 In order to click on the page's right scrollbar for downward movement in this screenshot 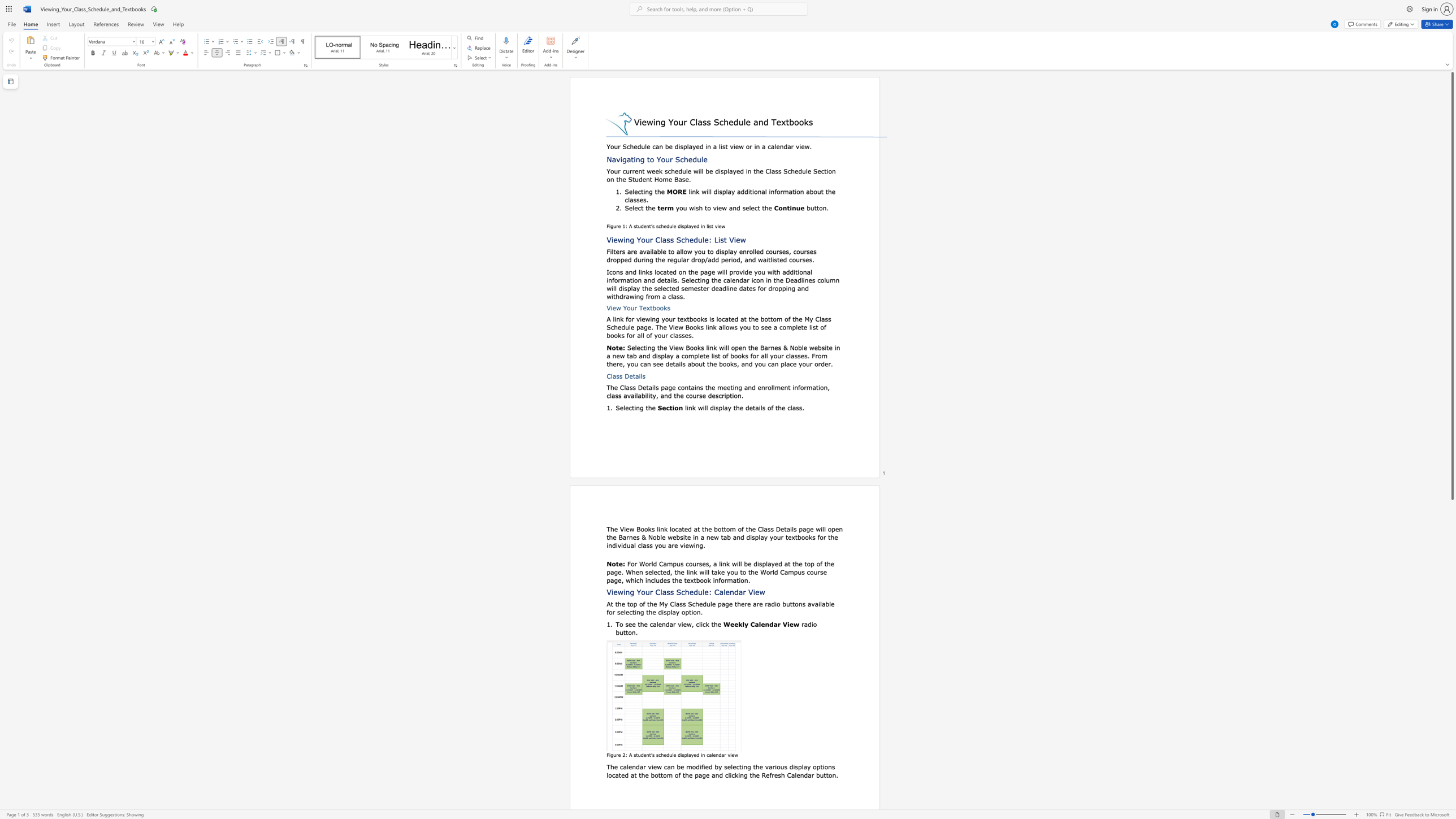, I will do `click(1451, 807)`.